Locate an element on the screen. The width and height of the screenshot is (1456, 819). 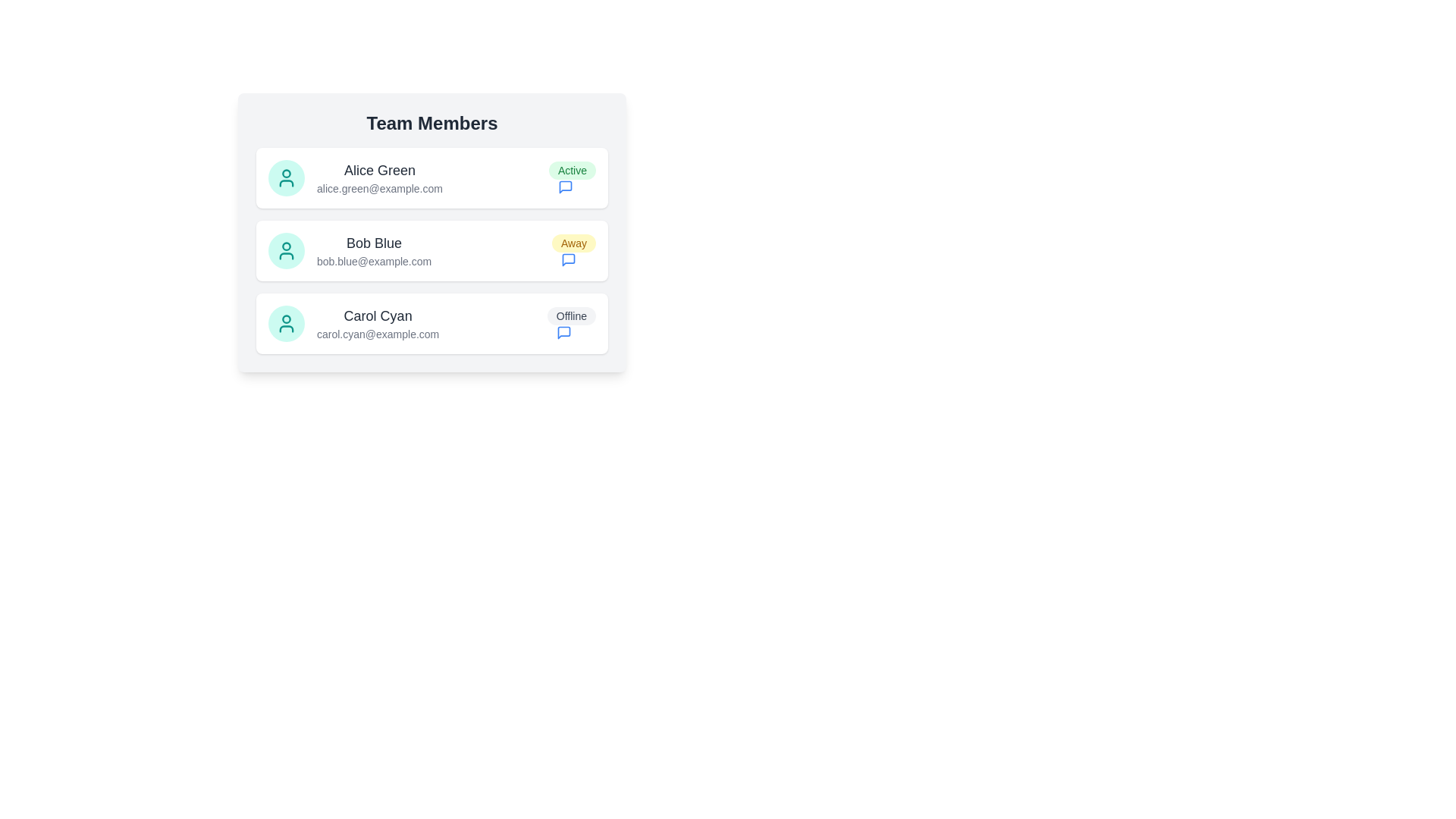
to select the user displayed on the Information display card at the top of the 'Team Members' section, which contains their name and email address is located at coordinates (355, 177).